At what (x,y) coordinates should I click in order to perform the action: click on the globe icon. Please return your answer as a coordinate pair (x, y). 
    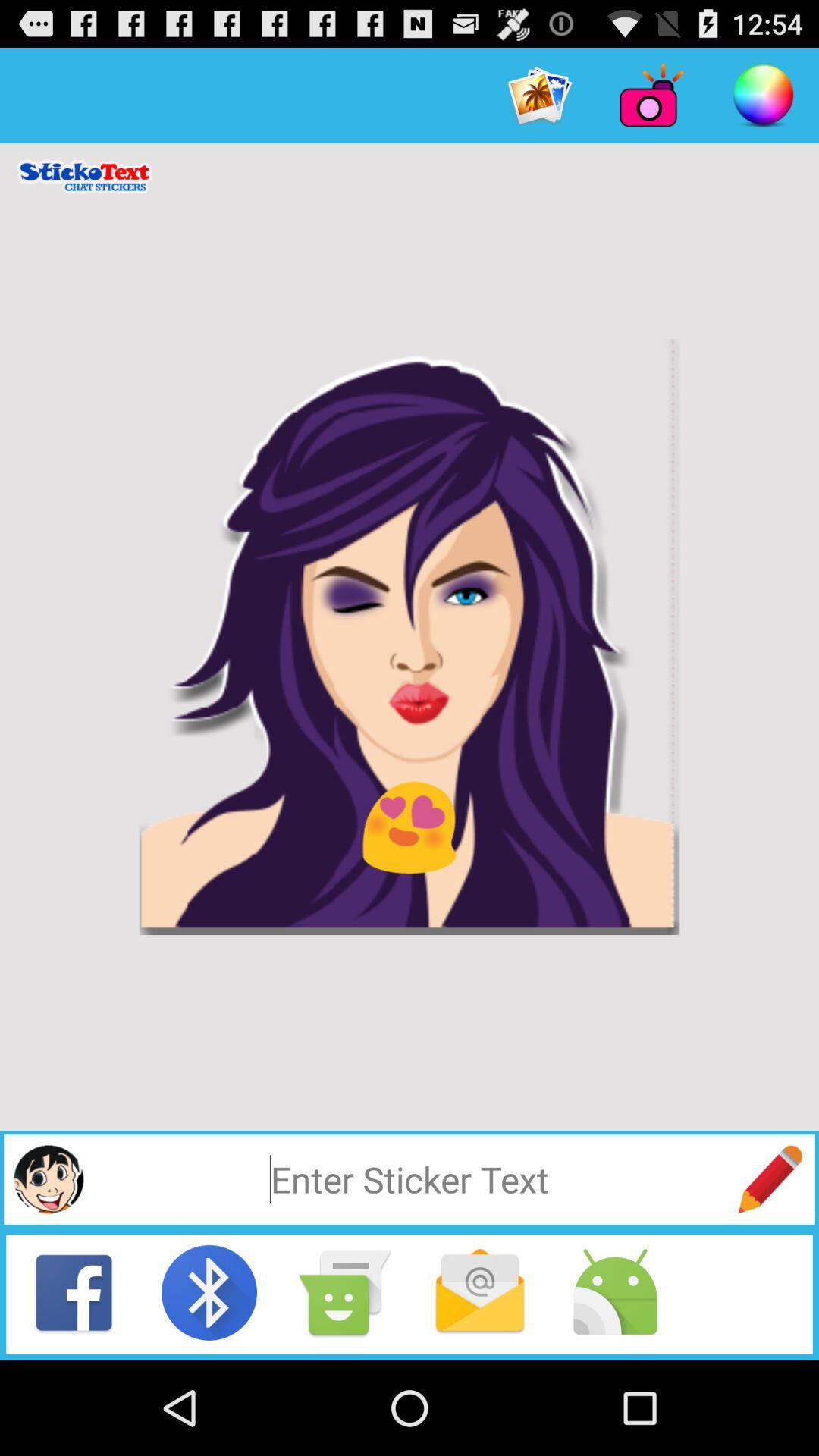
    Looking at the image, I should click on (48, 1262).